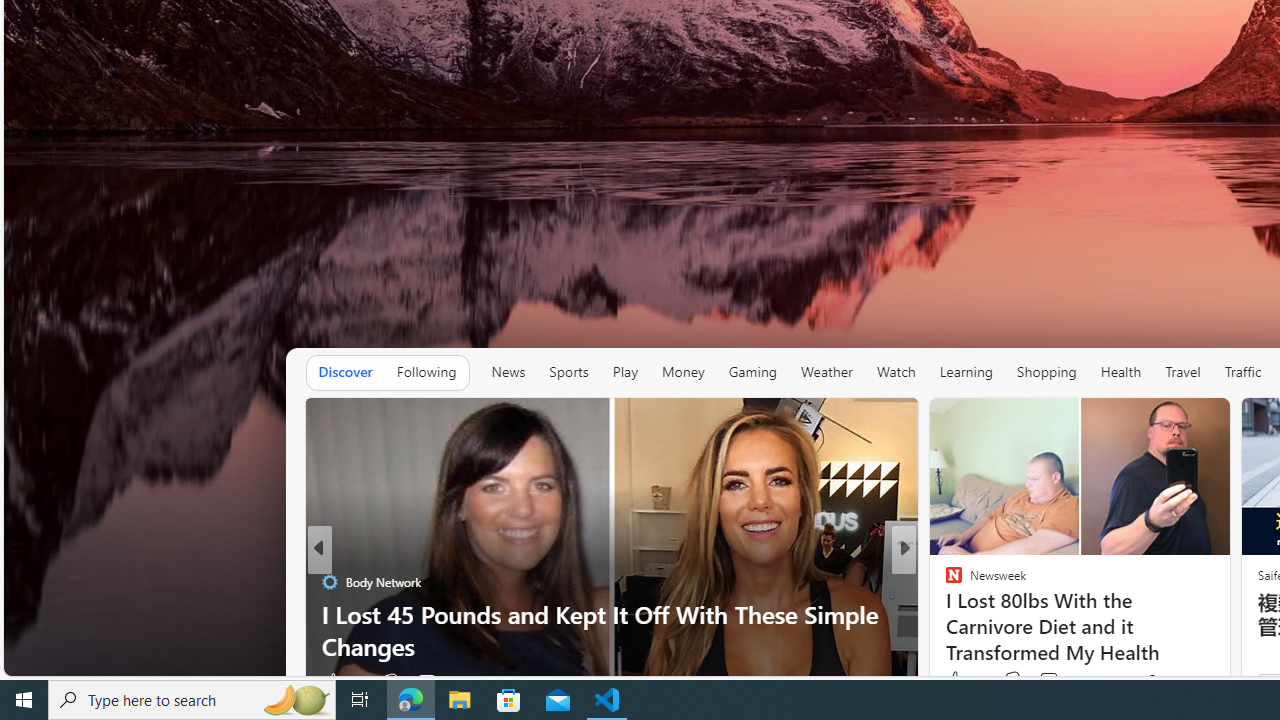 The height and width of the screenshot is (720, 1280). Describe the element at coordinates (1242, 371) in the screenshot. I see `'Traffic'` at that location.